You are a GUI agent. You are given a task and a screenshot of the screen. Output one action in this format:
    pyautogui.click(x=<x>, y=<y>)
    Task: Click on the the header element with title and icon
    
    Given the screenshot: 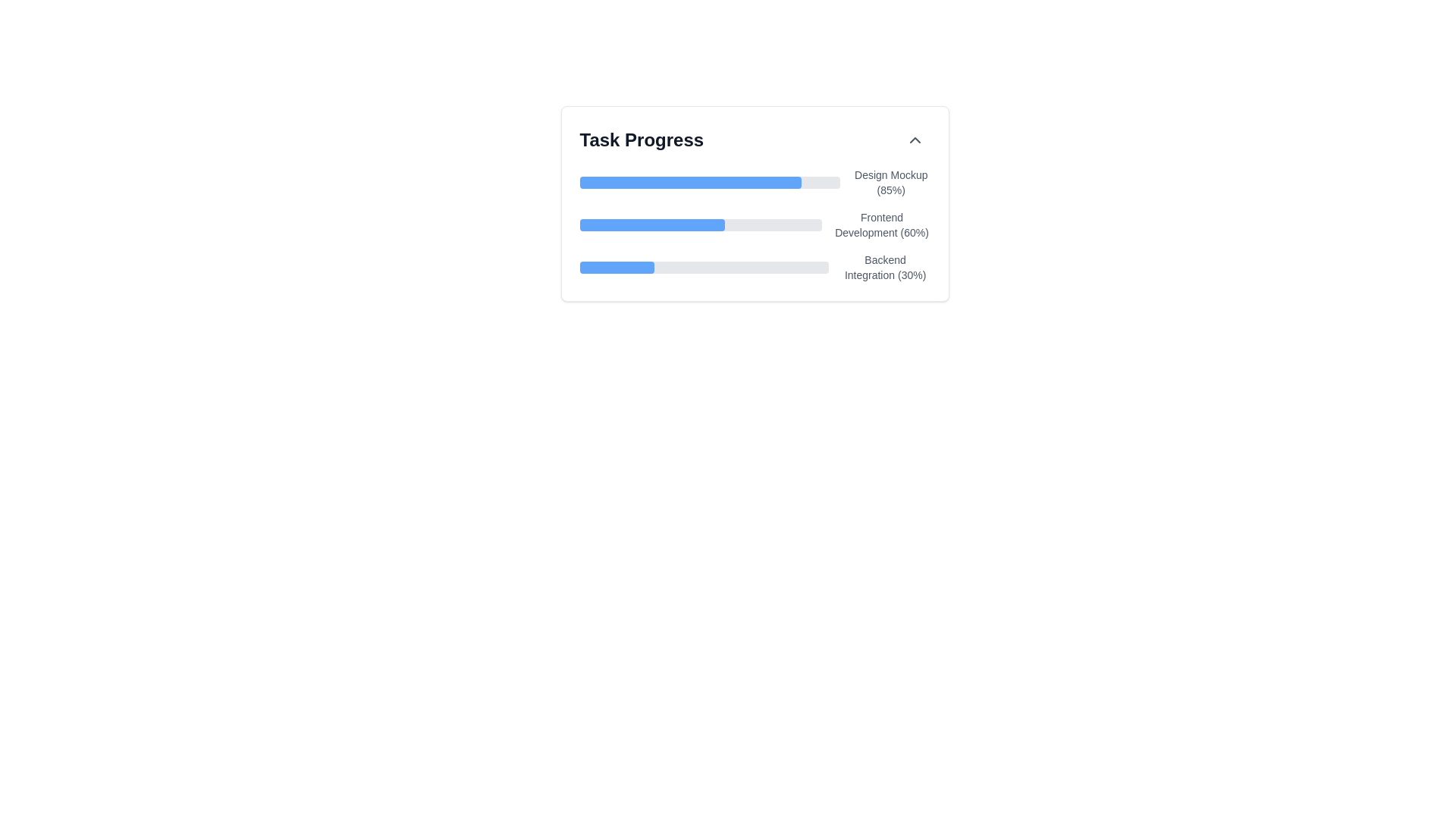 What is the action you would take?
    pyautogui.click(x=755, y=140)
    